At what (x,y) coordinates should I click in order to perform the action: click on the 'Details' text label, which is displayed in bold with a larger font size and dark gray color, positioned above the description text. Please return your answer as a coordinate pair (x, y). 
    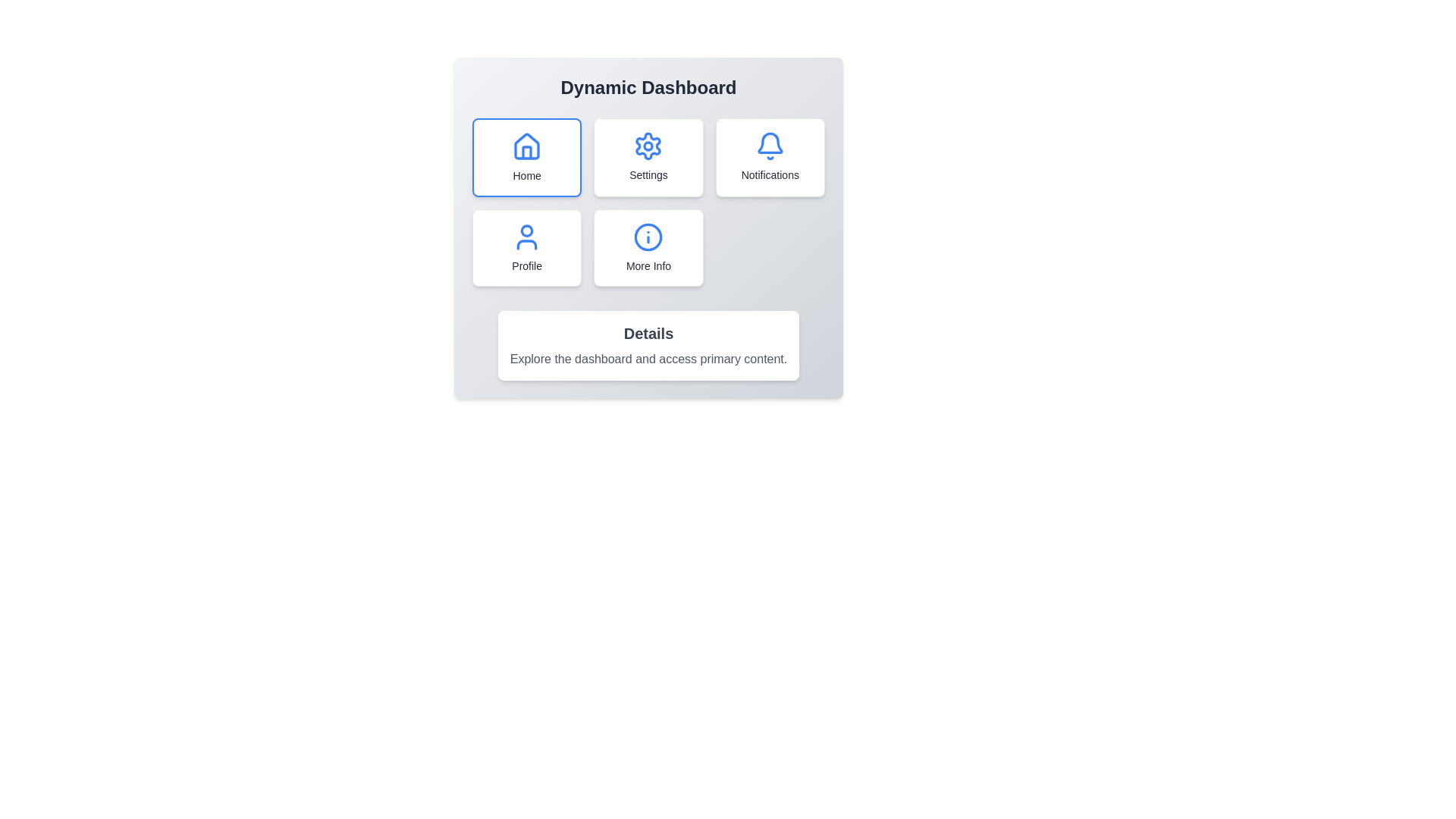
    Looking at the image, I should click on (648, 332).